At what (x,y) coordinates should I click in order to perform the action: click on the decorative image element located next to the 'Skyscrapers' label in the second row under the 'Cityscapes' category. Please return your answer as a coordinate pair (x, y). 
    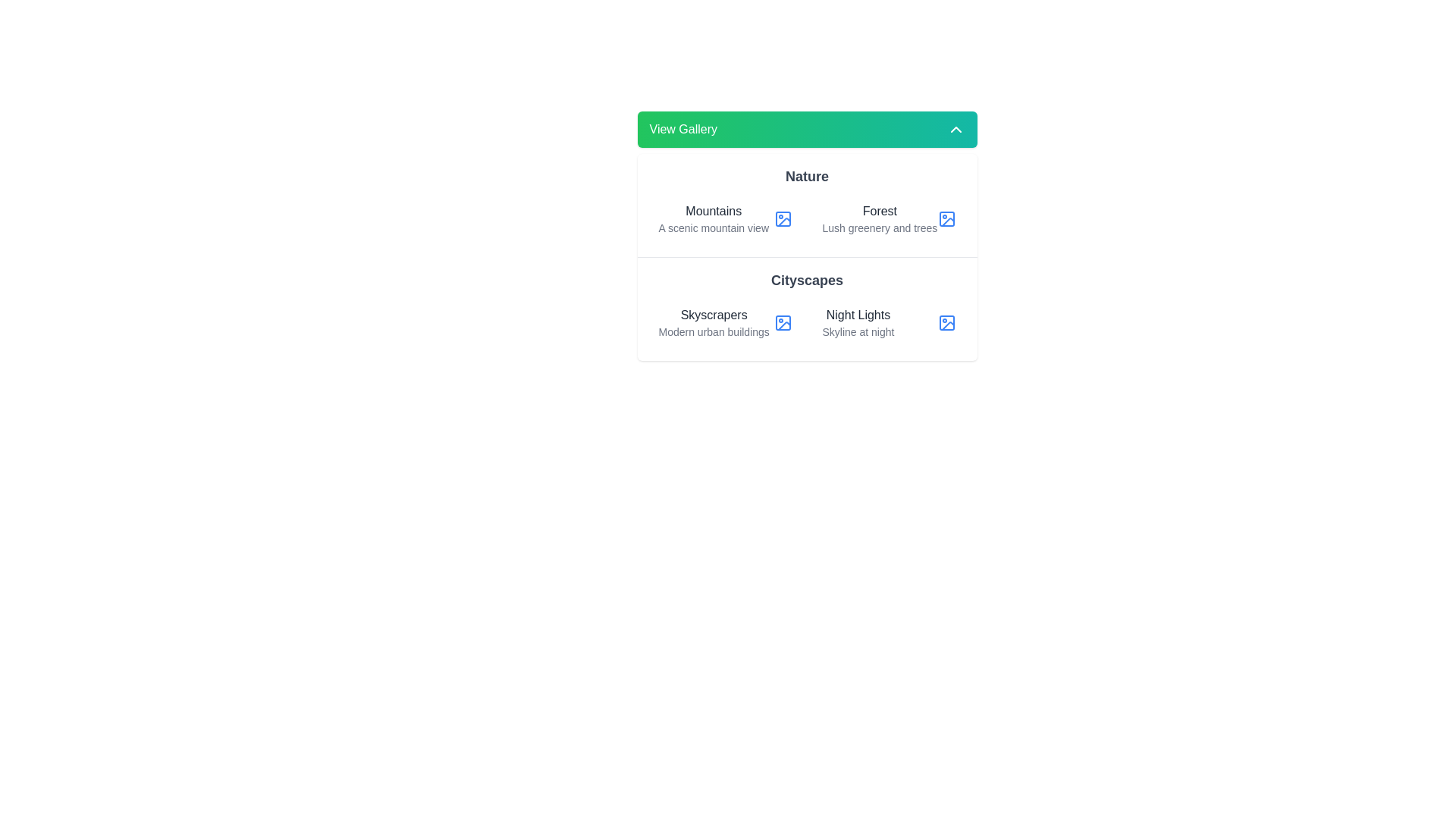
    Looking at the image, I should click on (783, 322).